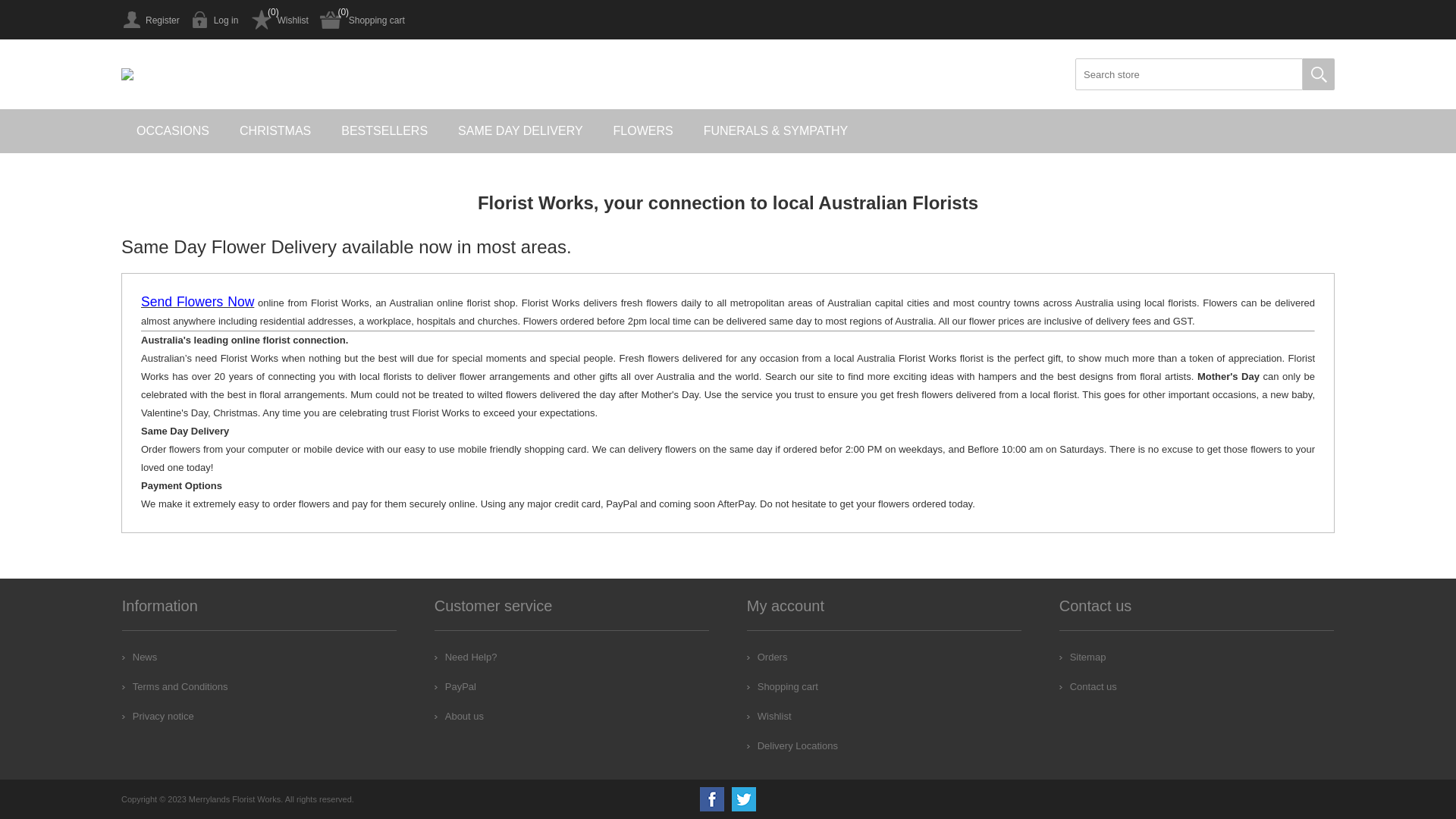 Image resolution: width=1456 pixels, height=819 pixels. What do you see at coordinates (1317, 74) in the screenshot?
I see `'Search'` at bounding box center [1317, 74].